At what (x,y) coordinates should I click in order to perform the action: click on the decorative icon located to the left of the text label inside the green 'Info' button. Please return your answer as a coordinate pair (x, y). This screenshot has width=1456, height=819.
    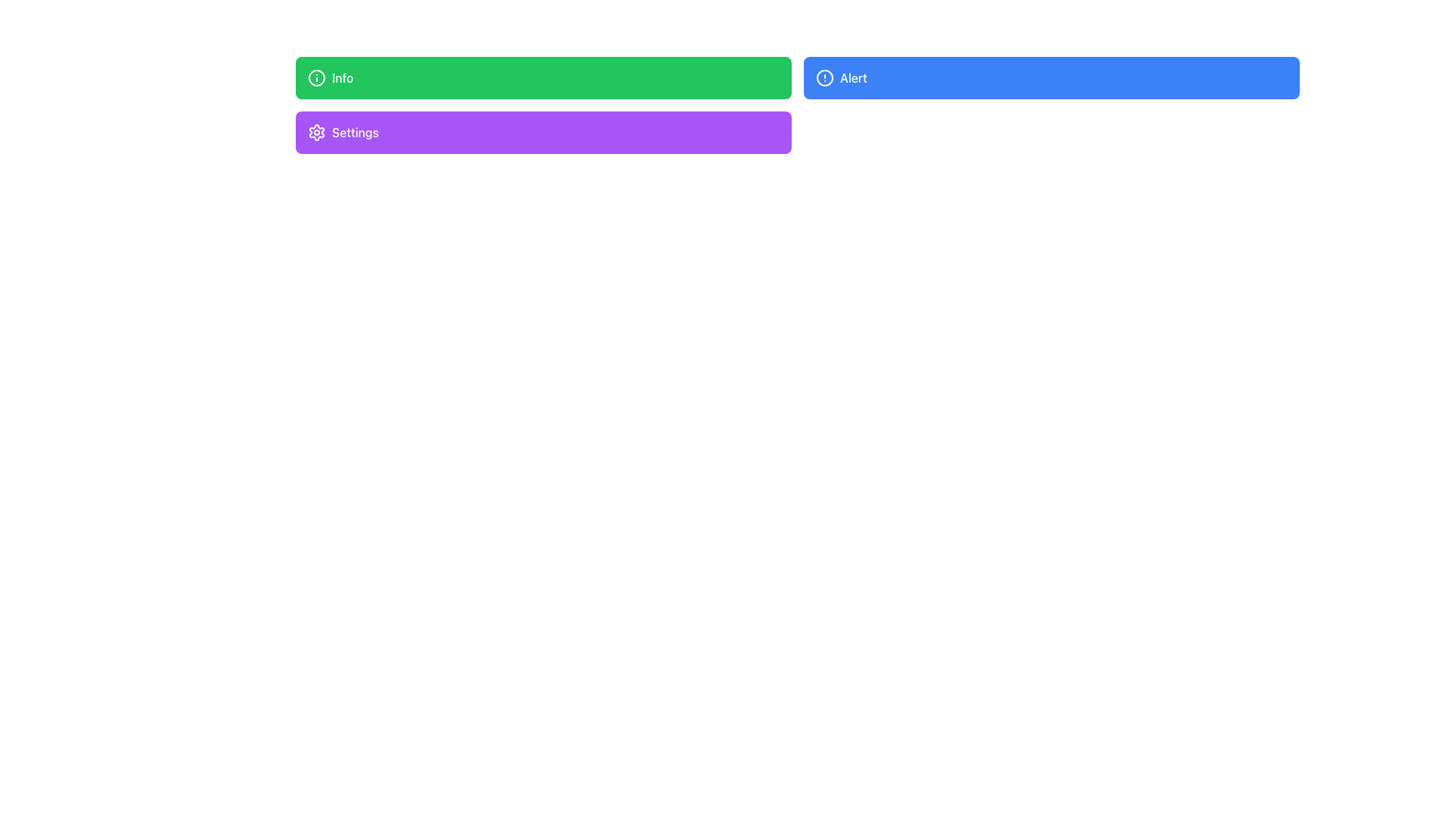
    Looking at the image, I should click on (315, 78).